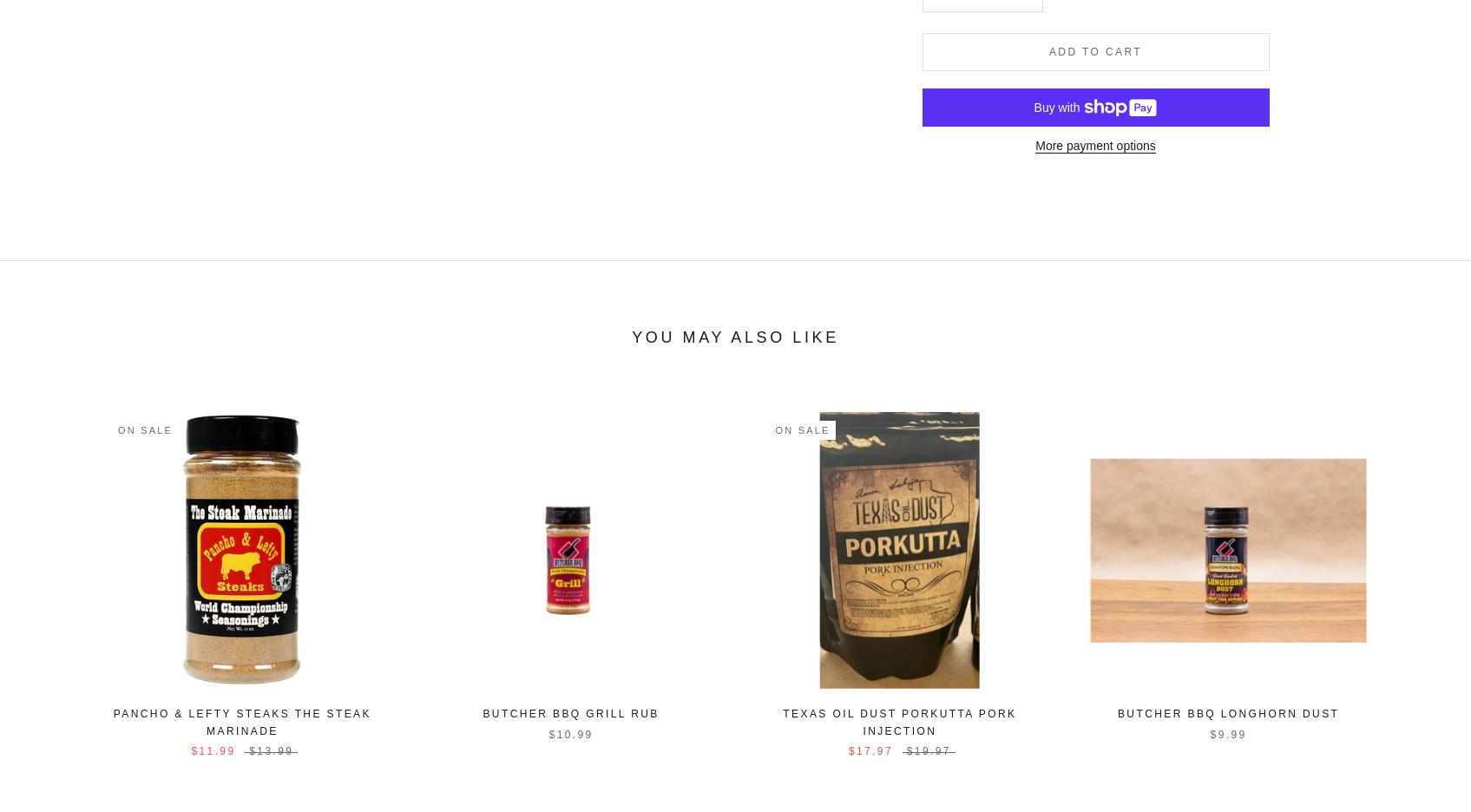 The height and width of the screenshot is (812, 1471). Describe the element at coordinates (904, 750) in the screenshot. I see `'$19.97'` at that location.